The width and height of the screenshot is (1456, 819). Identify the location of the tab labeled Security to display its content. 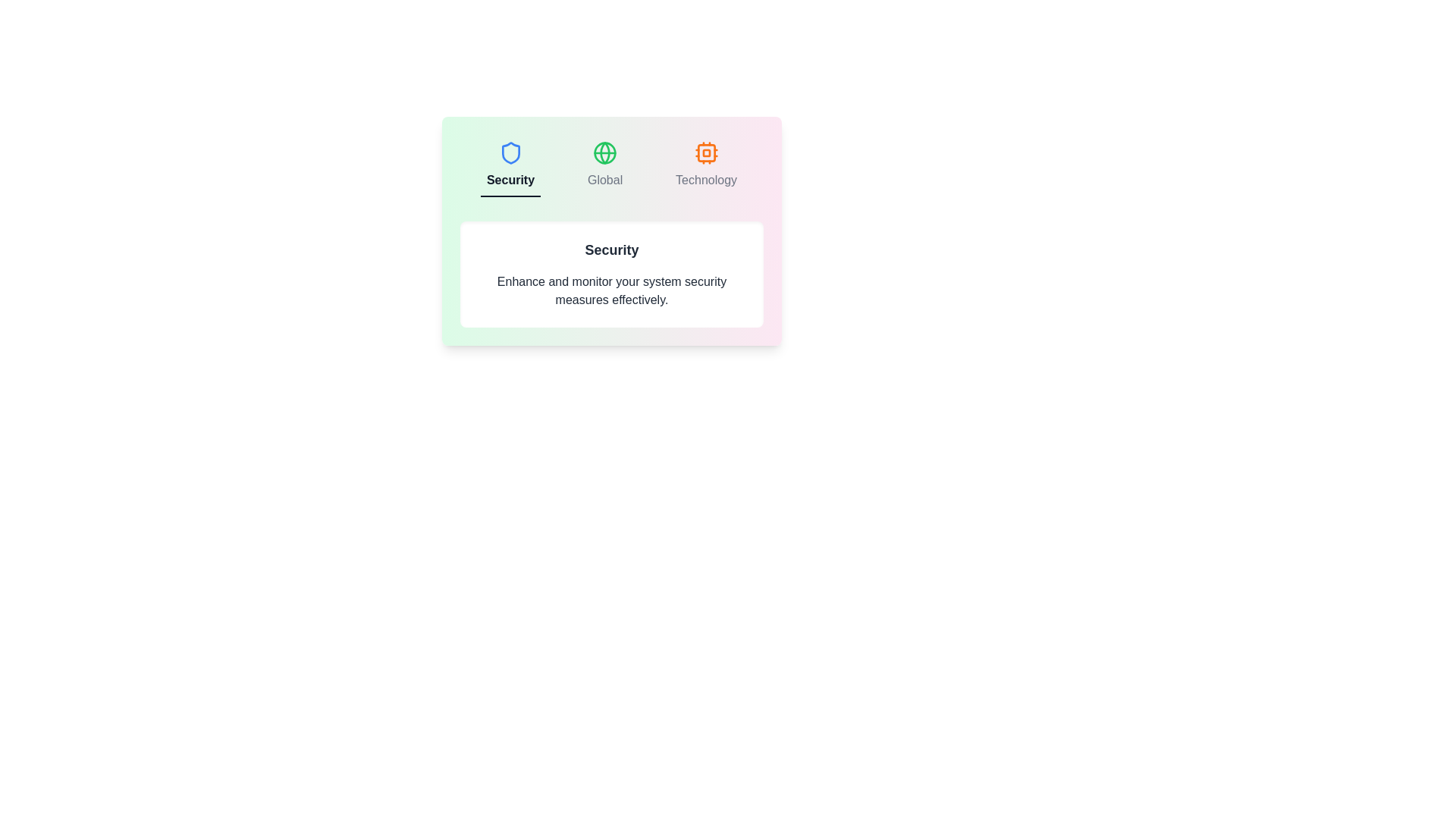
(510, 166).